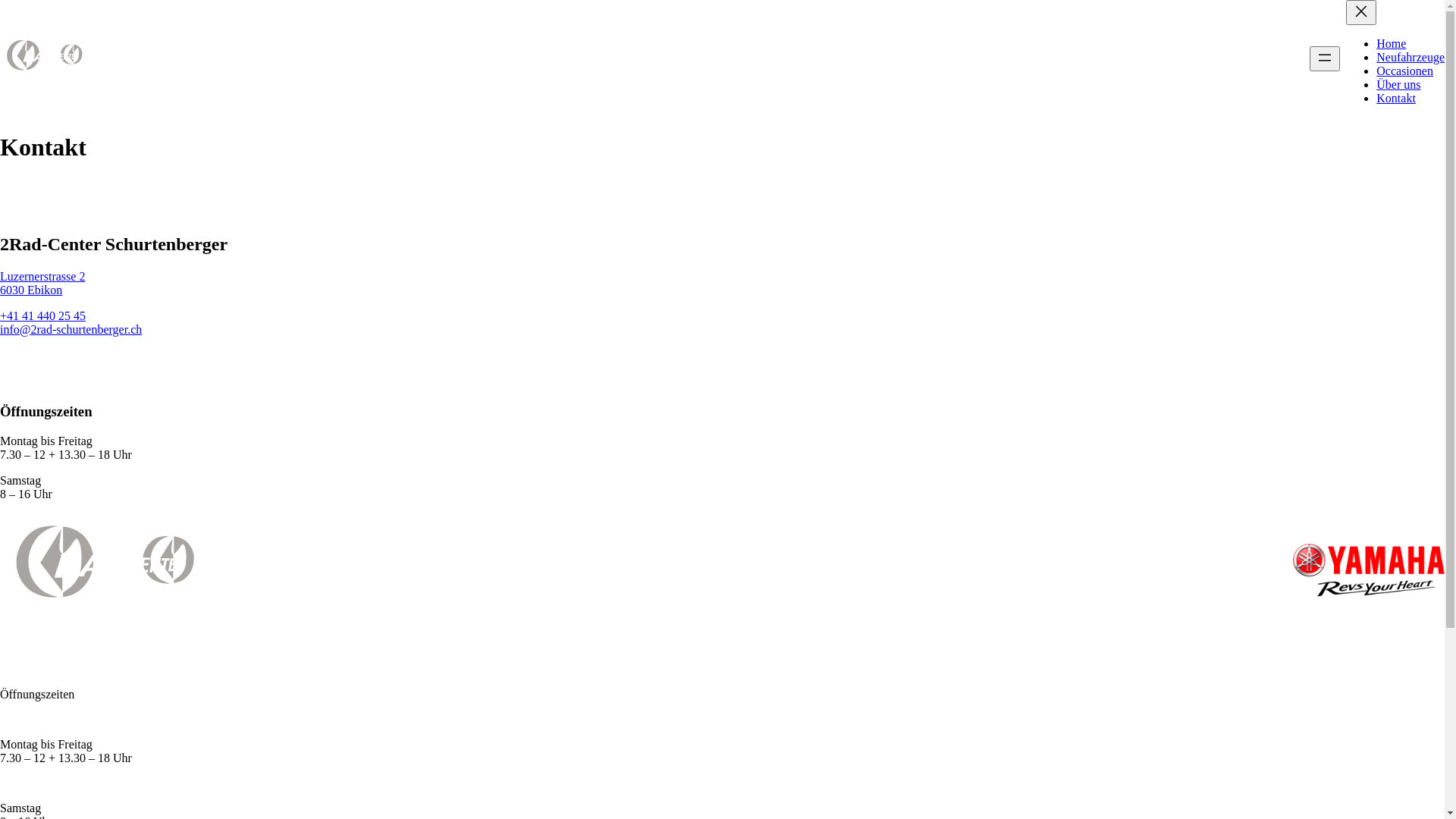  I want to click on 'info@2rad-schurtenberger.ch', so click(0, 328).